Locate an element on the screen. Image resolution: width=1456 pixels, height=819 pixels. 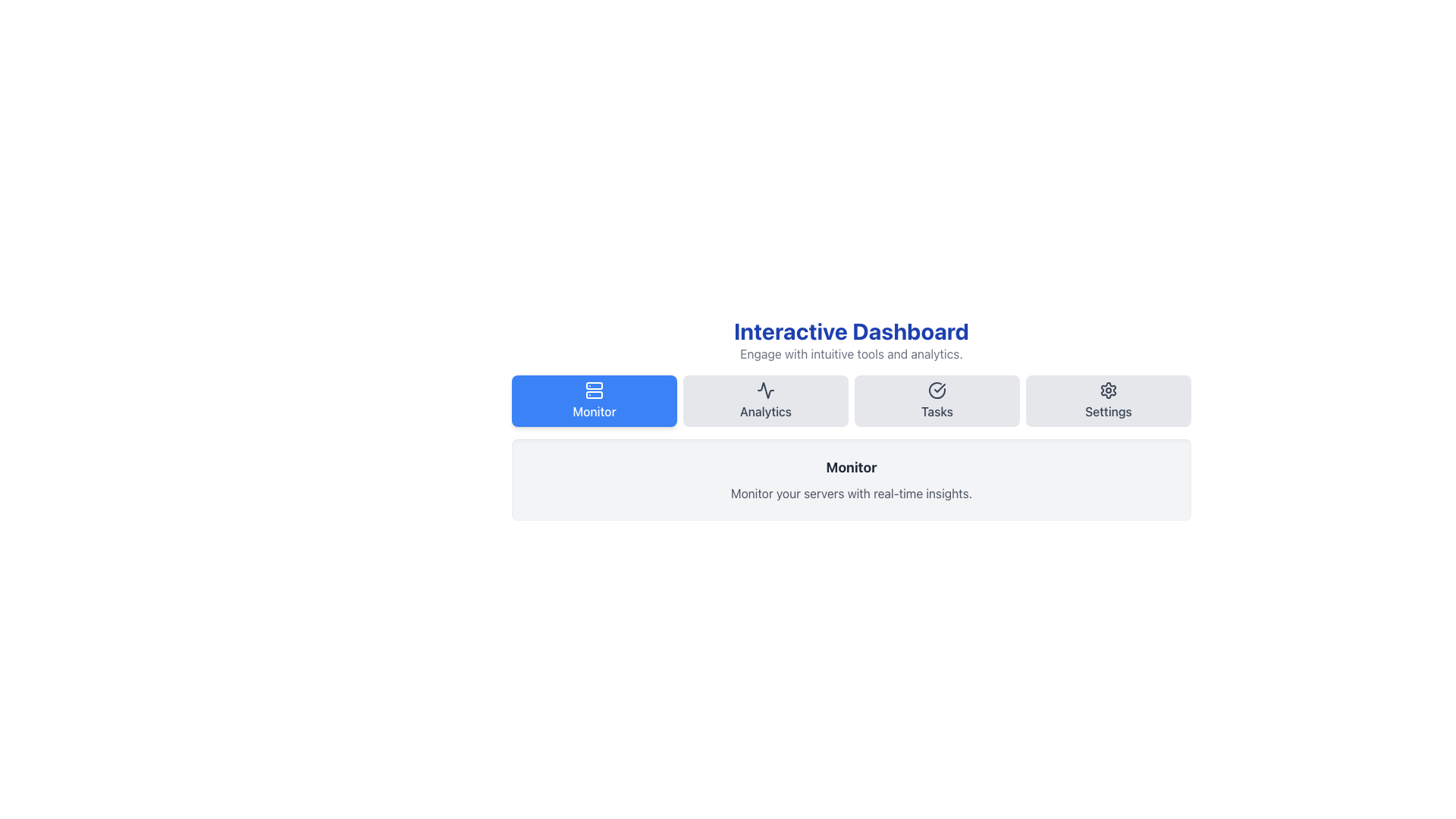
the 'Monitor' text label located at the bottom center of the blue rectangular button is located at coordinates (593, 412).